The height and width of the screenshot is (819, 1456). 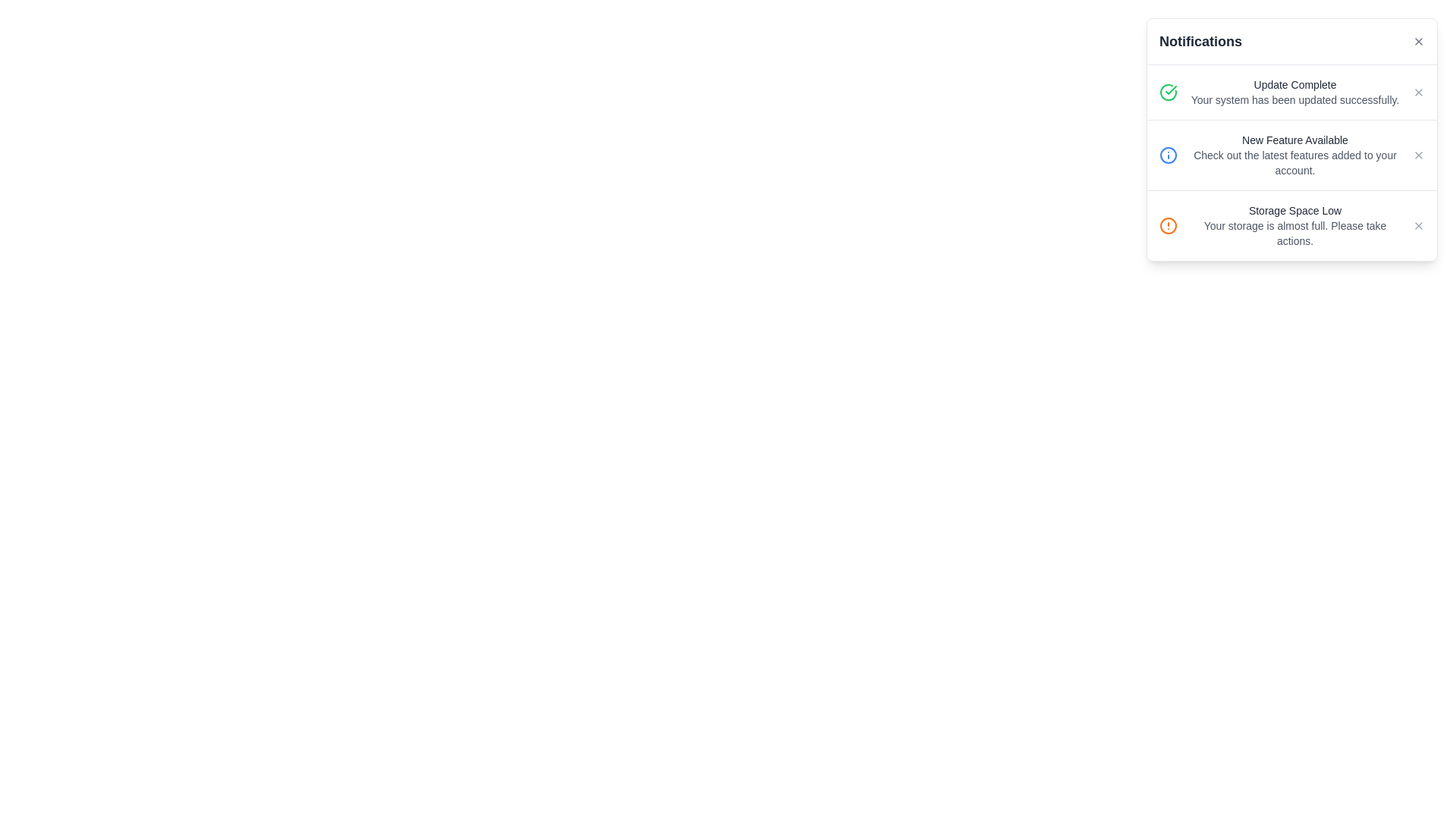 What do you see at coordinates (1294, 234) in the screenshot?
I see `the Text label that provides detailed information about the storage status, located in the notifications panel below the 'Storage Space Low' header and the orange warning icon` at bounding box center [1294, 234].